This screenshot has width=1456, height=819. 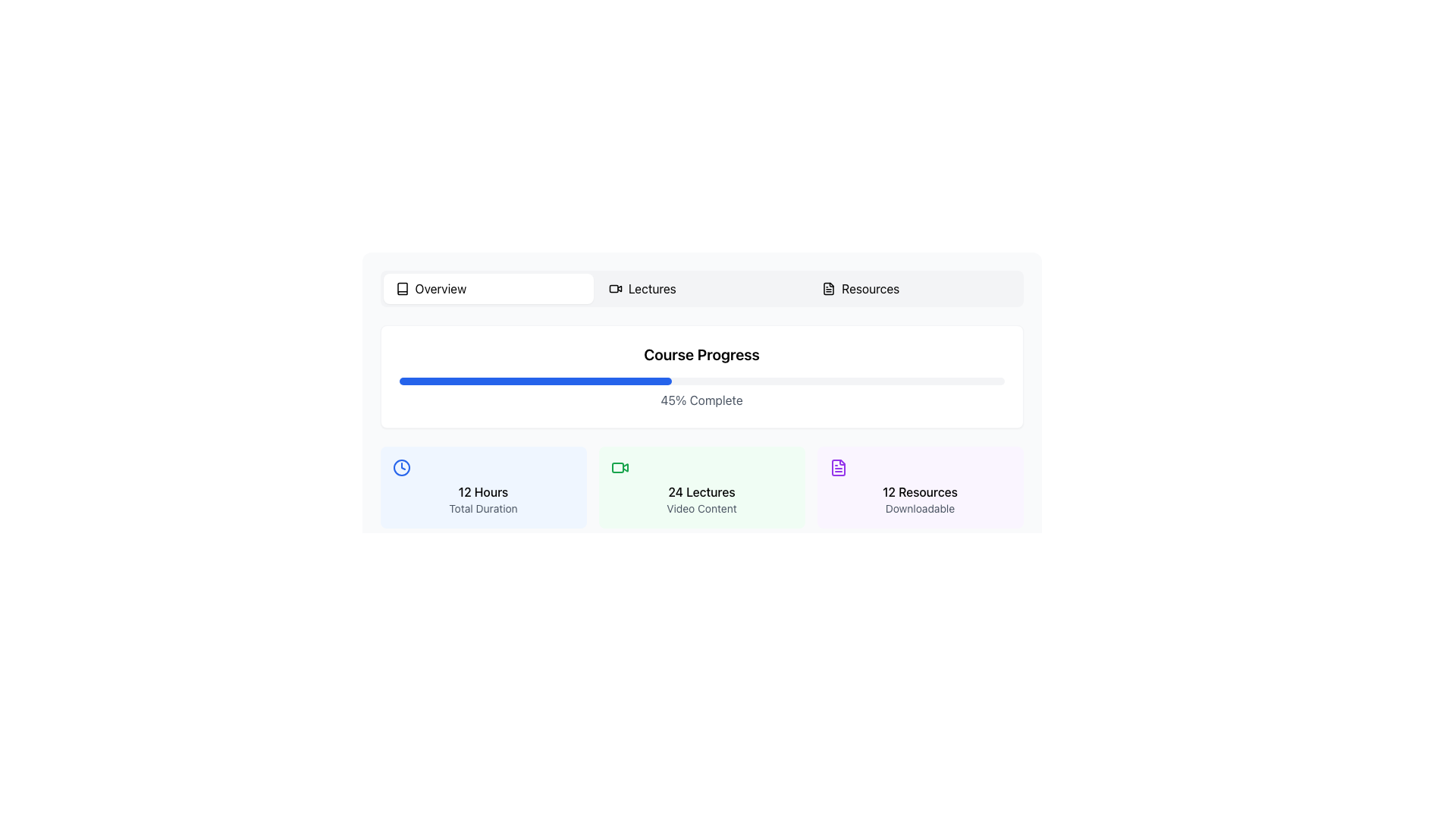 I want to click on the text label displaying 'Video Content' in a small-sized gray font, which is located within a green-highlighted rectangular card, beneath the larger text '24 Lectures', so click(x=701, y=509).